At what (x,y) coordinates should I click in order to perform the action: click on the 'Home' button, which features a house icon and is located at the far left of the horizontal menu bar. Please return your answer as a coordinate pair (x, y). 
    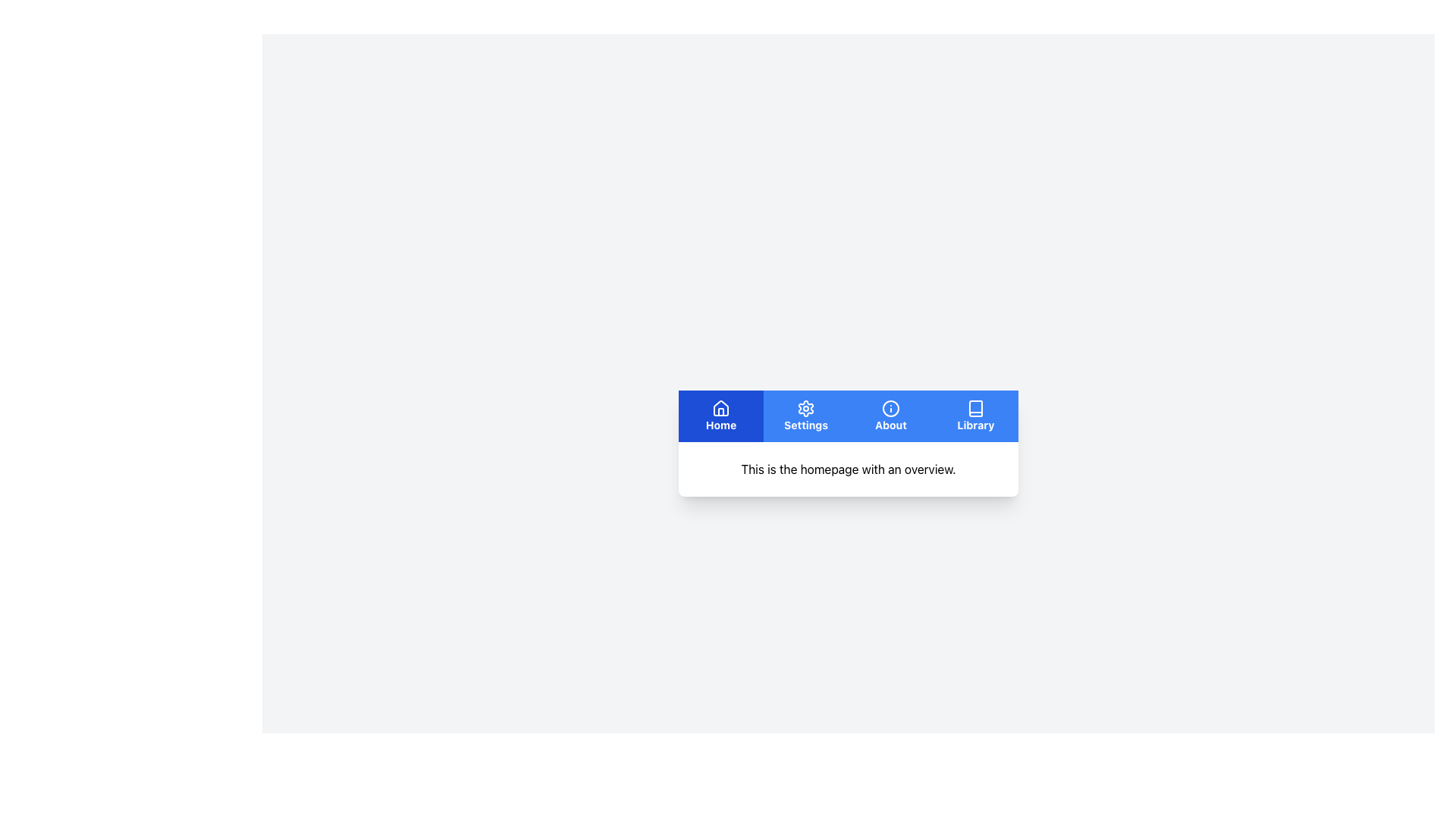
    Looking at the image, I should click on (720, 416).